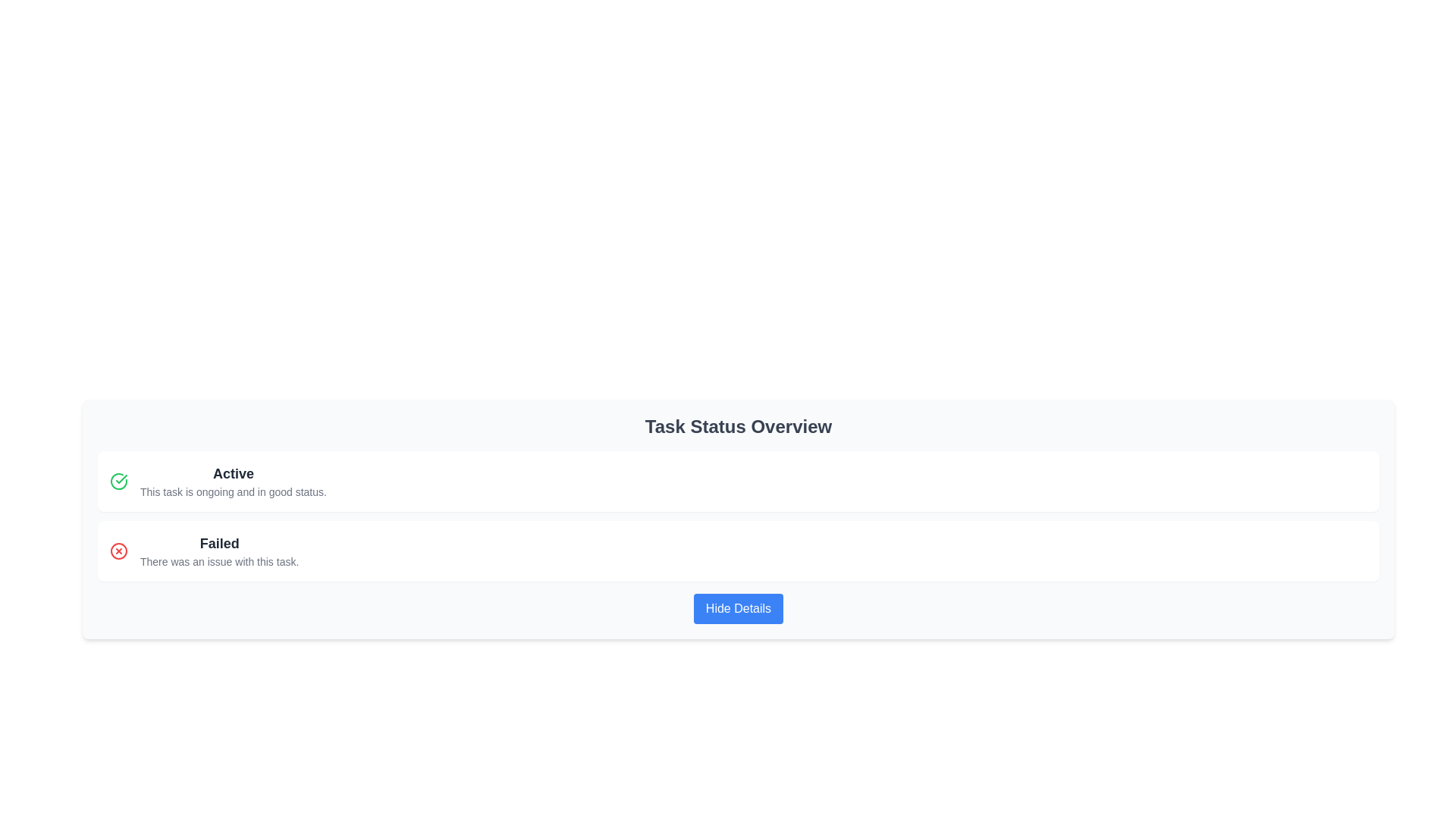  What do you see at coordinates (118, 482) in the screenshot?
I see `the first icon on the leftmost position of the vertical list, which indicates the success or active status of the associated item` at bounding box center [118, 482].